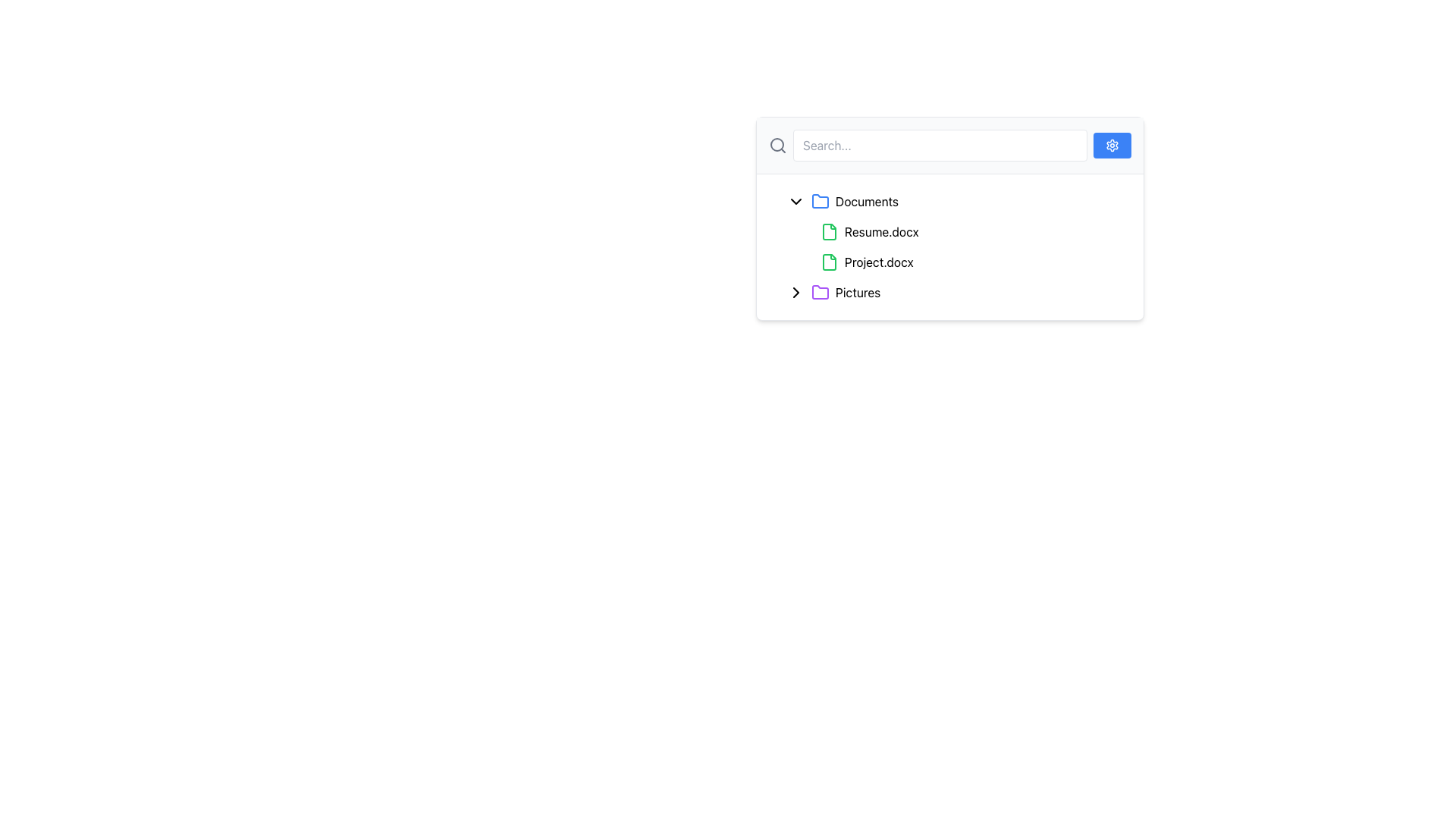 The width and height of the screenshot is (1456, 819). What do you see at coordinates (955, 262) in the screenshot?
I see `on the file entry named 'Project.docx' in the hierarchical file system viewer` at bounding box center [955, 262].